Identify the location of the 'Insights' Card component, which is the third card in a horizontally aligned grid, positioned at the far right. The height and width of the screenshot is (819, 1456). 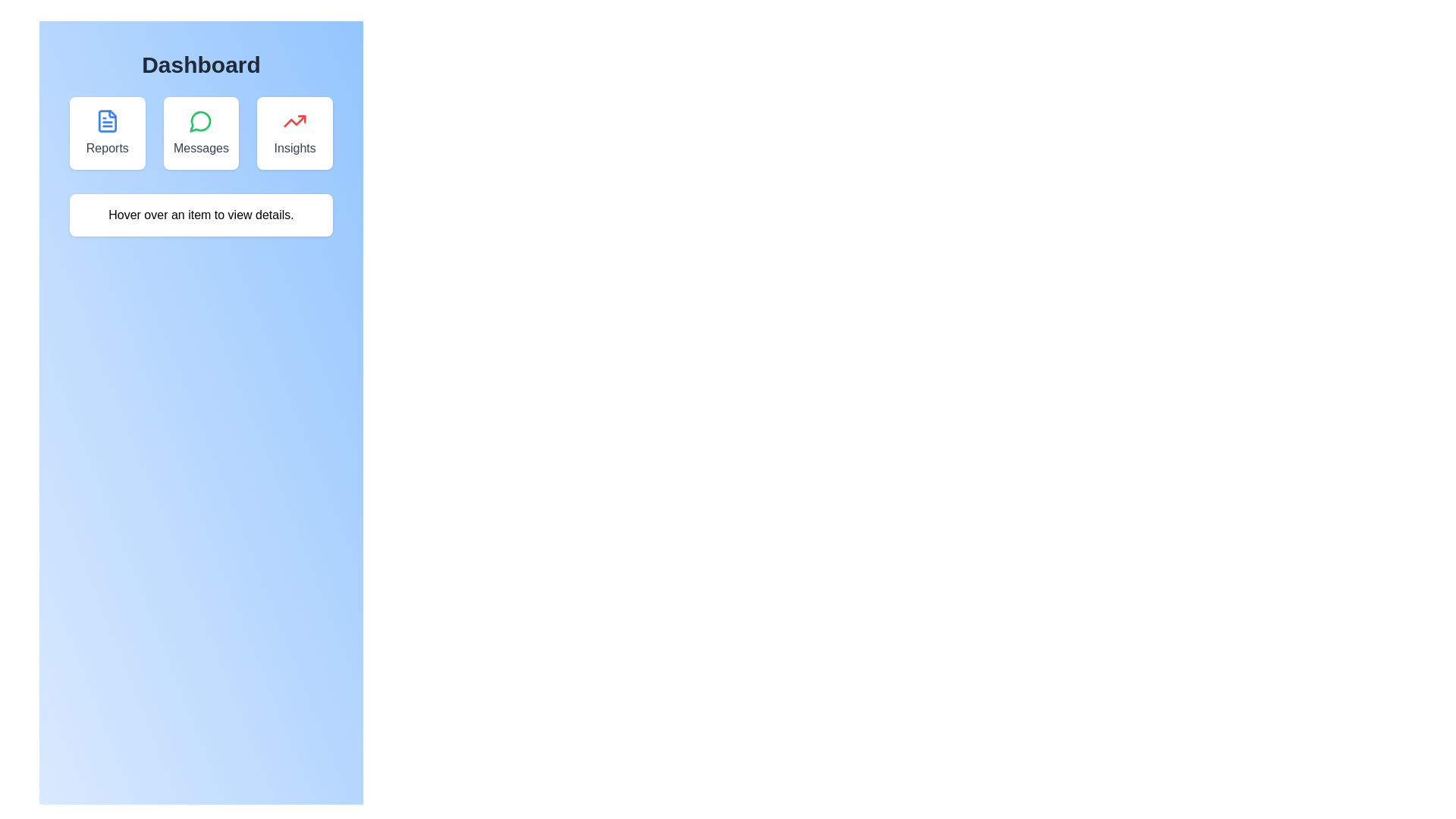
(295, 133).